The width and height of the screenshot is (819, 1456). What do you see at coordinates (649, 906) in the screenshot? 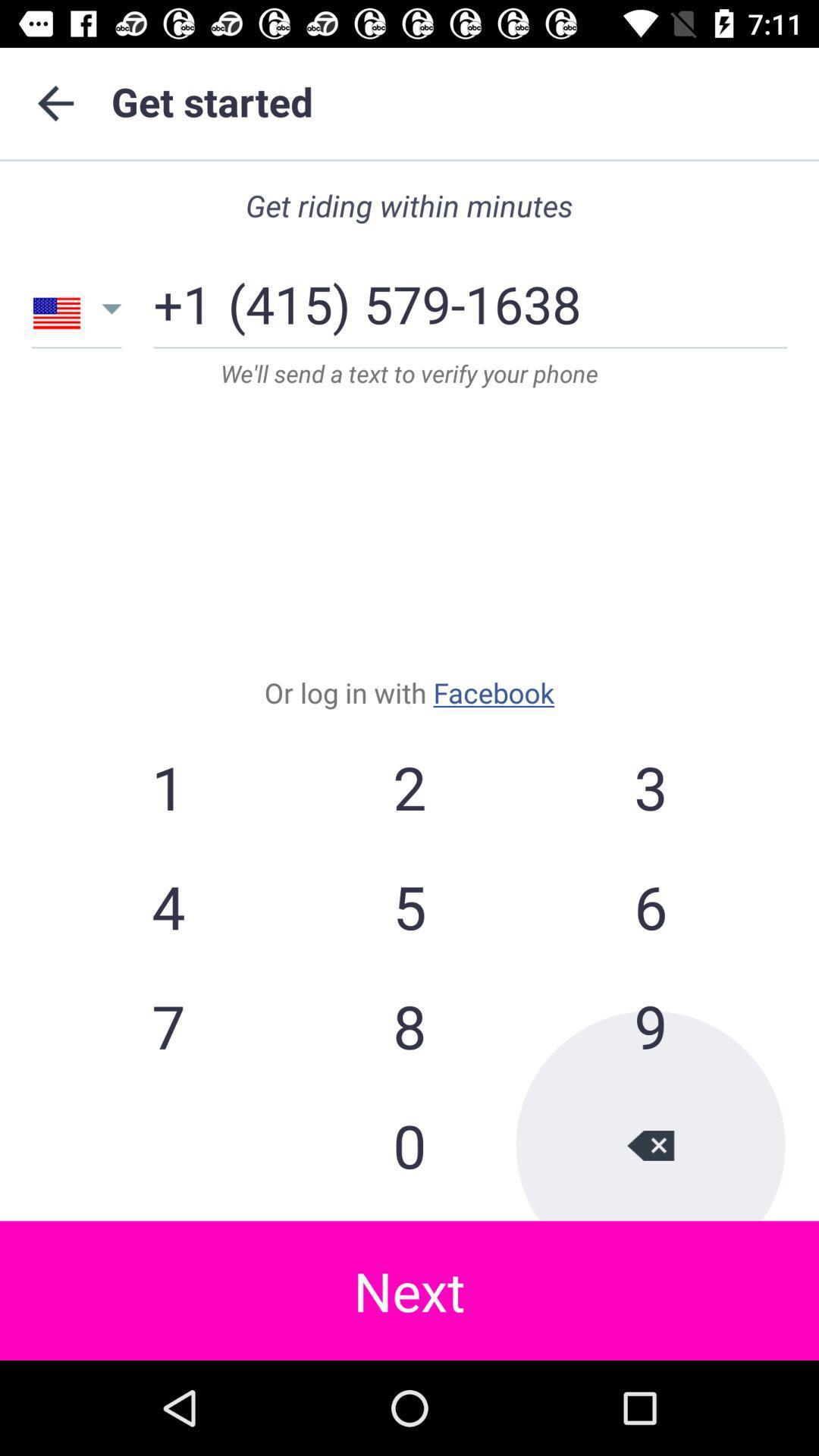
I see `icon below the 2` at bounding box center [649, 906].